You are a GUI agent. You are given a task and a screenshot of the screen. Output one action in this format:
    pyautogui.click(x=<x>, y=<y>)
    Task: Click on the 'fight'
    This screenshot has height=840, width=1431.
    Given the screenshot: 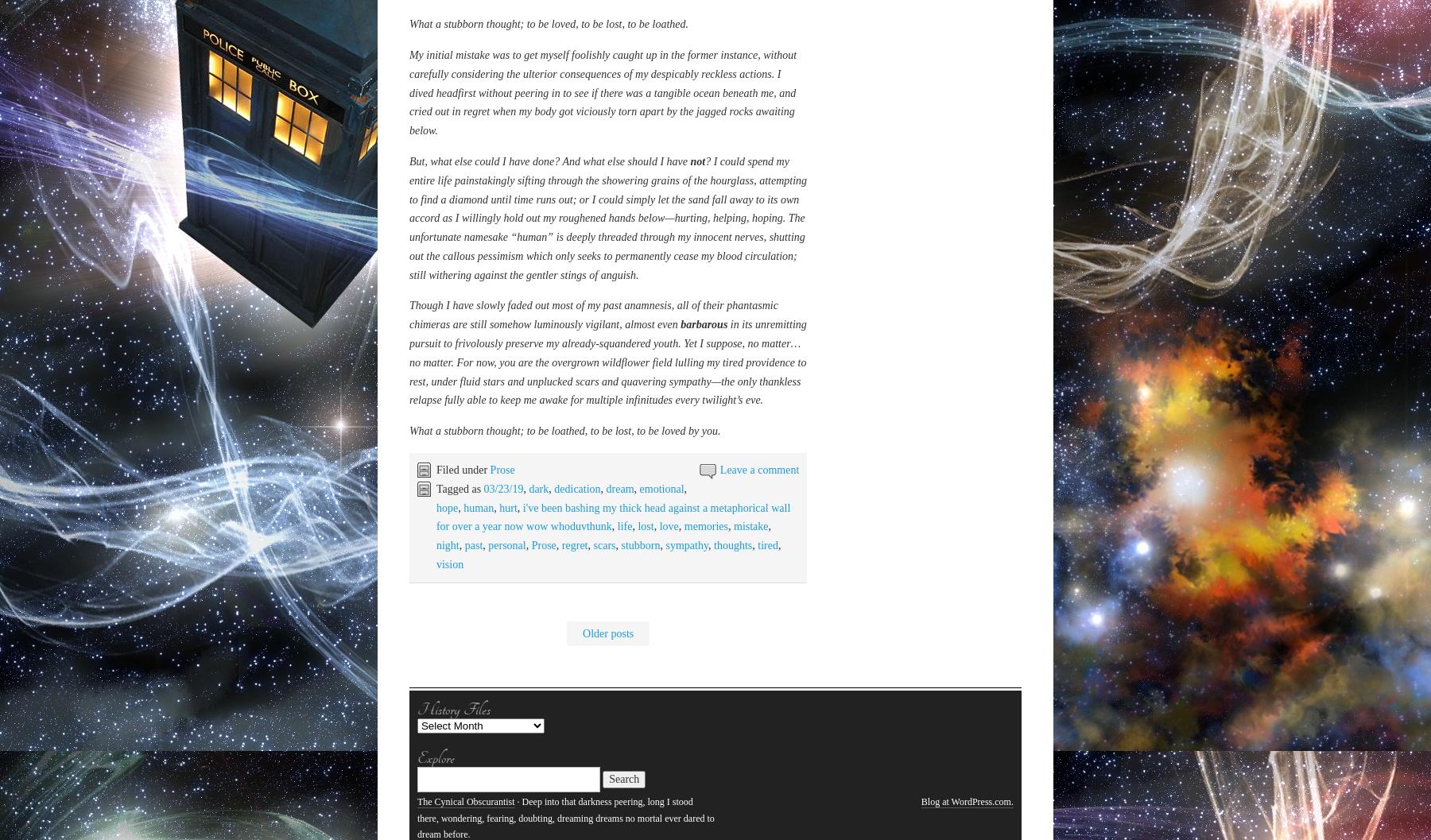 What is the action you would take?
    pyautogui.click(x=471, y=374)
    